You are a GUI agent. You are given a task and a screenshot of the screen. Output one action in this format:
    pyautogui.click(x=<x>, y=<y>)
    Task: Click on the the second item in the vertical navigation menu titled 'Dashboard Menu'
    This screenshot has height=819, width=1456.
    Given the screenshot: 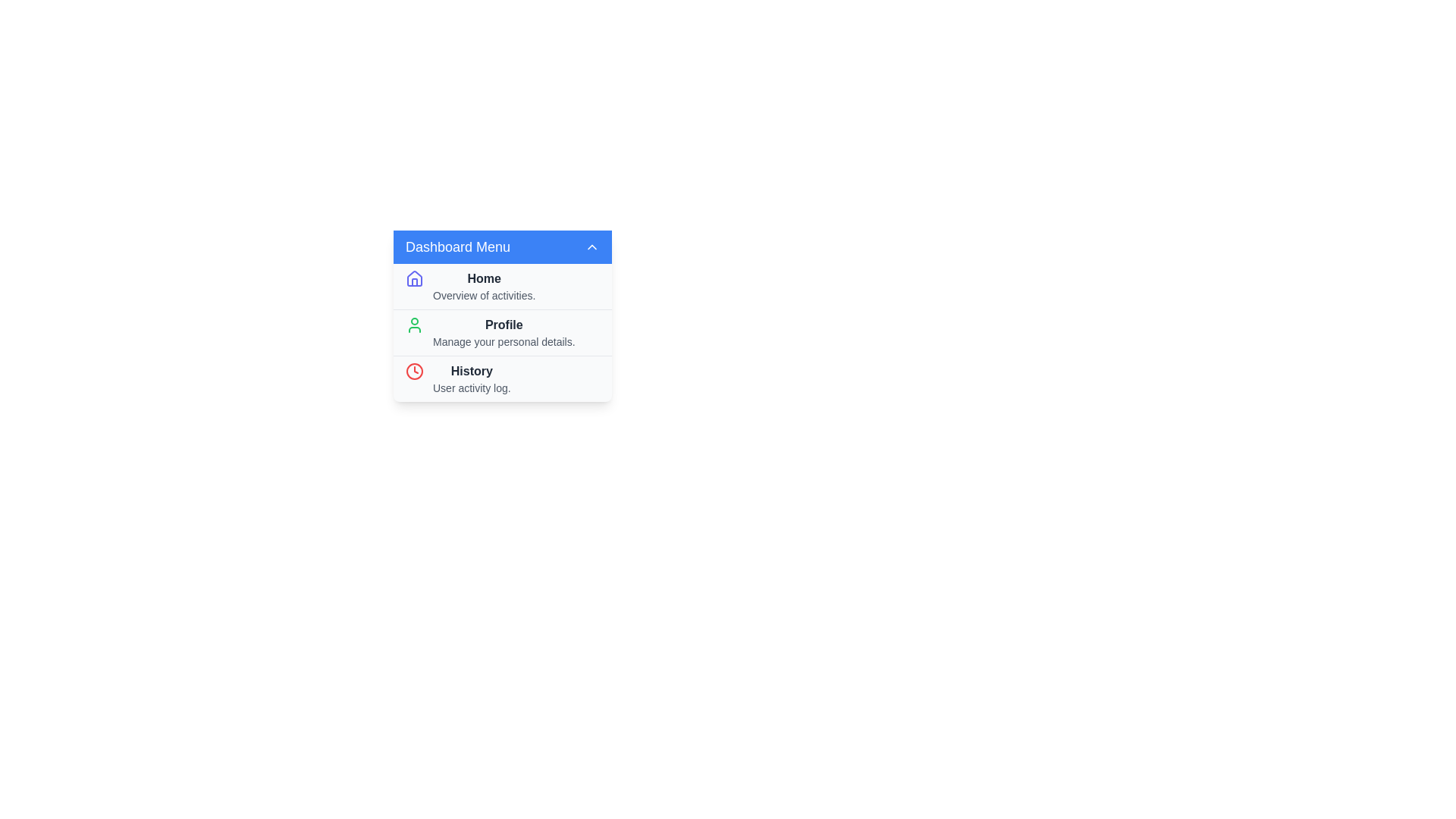 What is the action you would take?
    pyautogui.click(x=502, y=331)
    